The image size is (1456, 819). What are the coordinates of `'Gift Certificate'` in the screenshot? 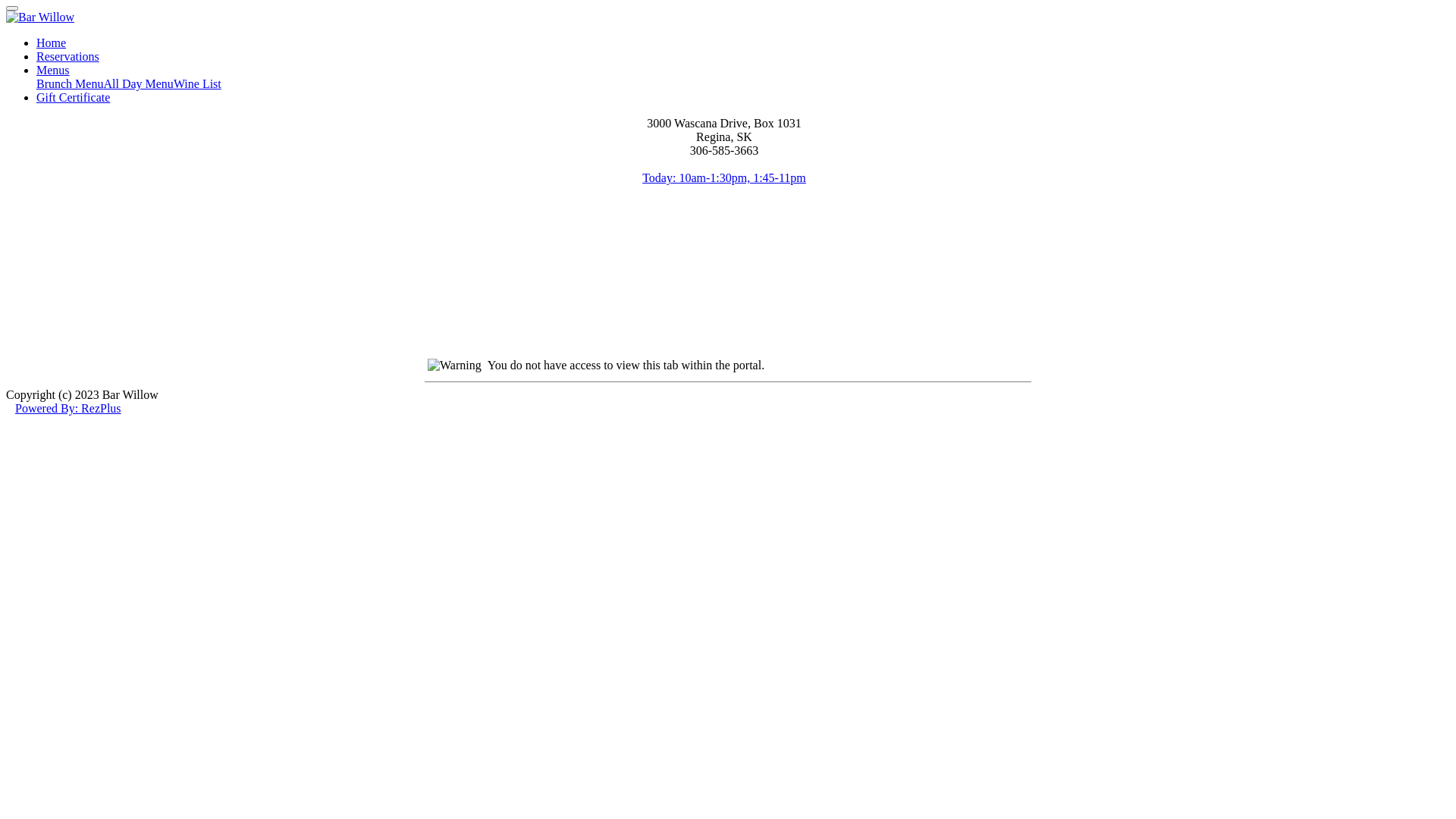 It's located at (36, 97).